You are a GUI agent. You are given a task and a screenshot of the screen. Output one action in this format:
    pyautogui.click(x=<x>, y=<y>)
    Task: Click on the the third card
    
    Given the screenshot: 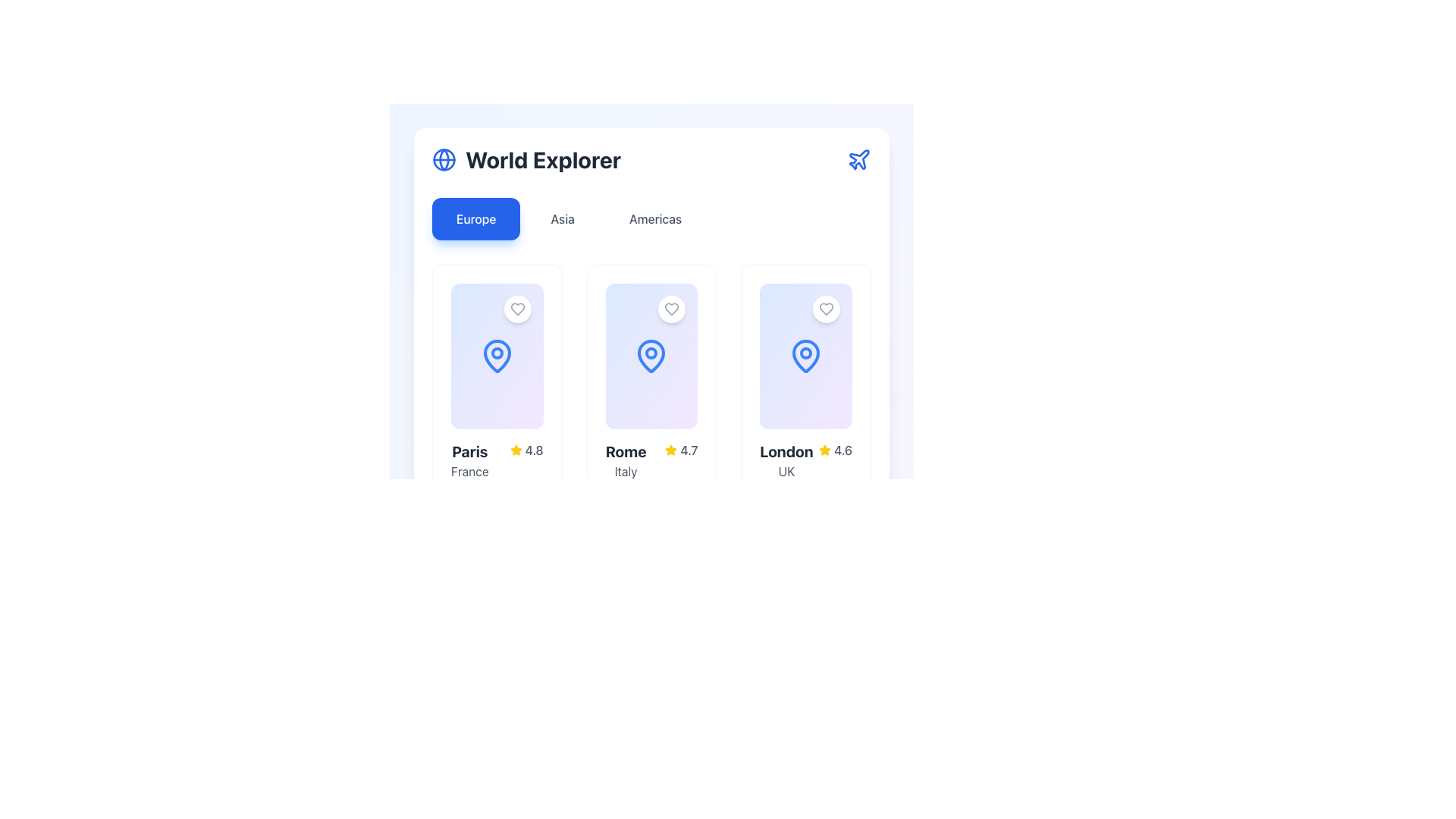 What is the action you would take?
    pyautogui.click(x=805, y=356)
    